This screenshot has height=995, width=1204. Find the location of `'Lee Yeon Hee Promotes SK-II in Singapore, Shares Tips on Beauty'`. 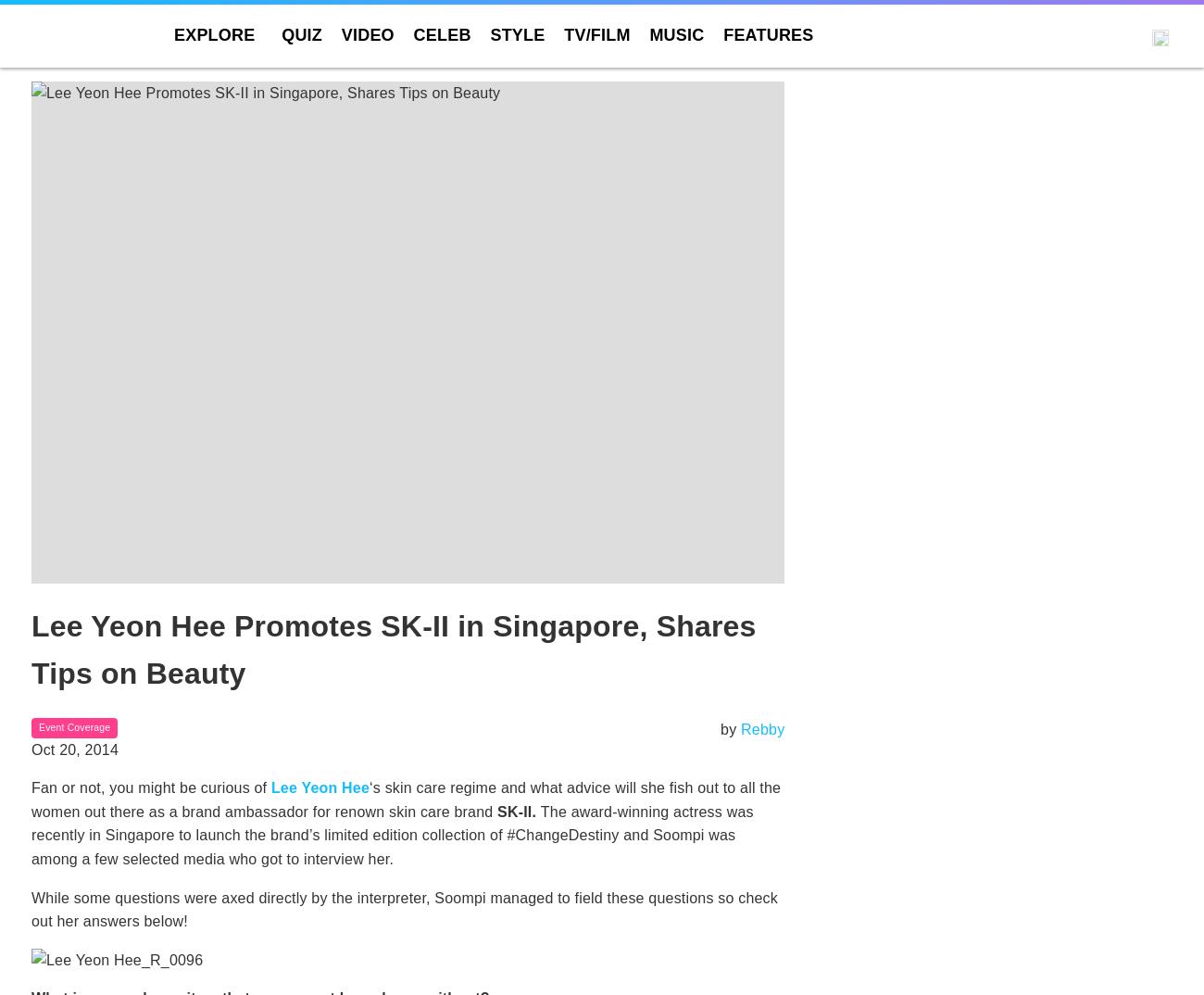

'Lee Yeon Hee Promotes SK-II in Singapore, Shares Tips on Beauty' is located at coordinates (393, 649).